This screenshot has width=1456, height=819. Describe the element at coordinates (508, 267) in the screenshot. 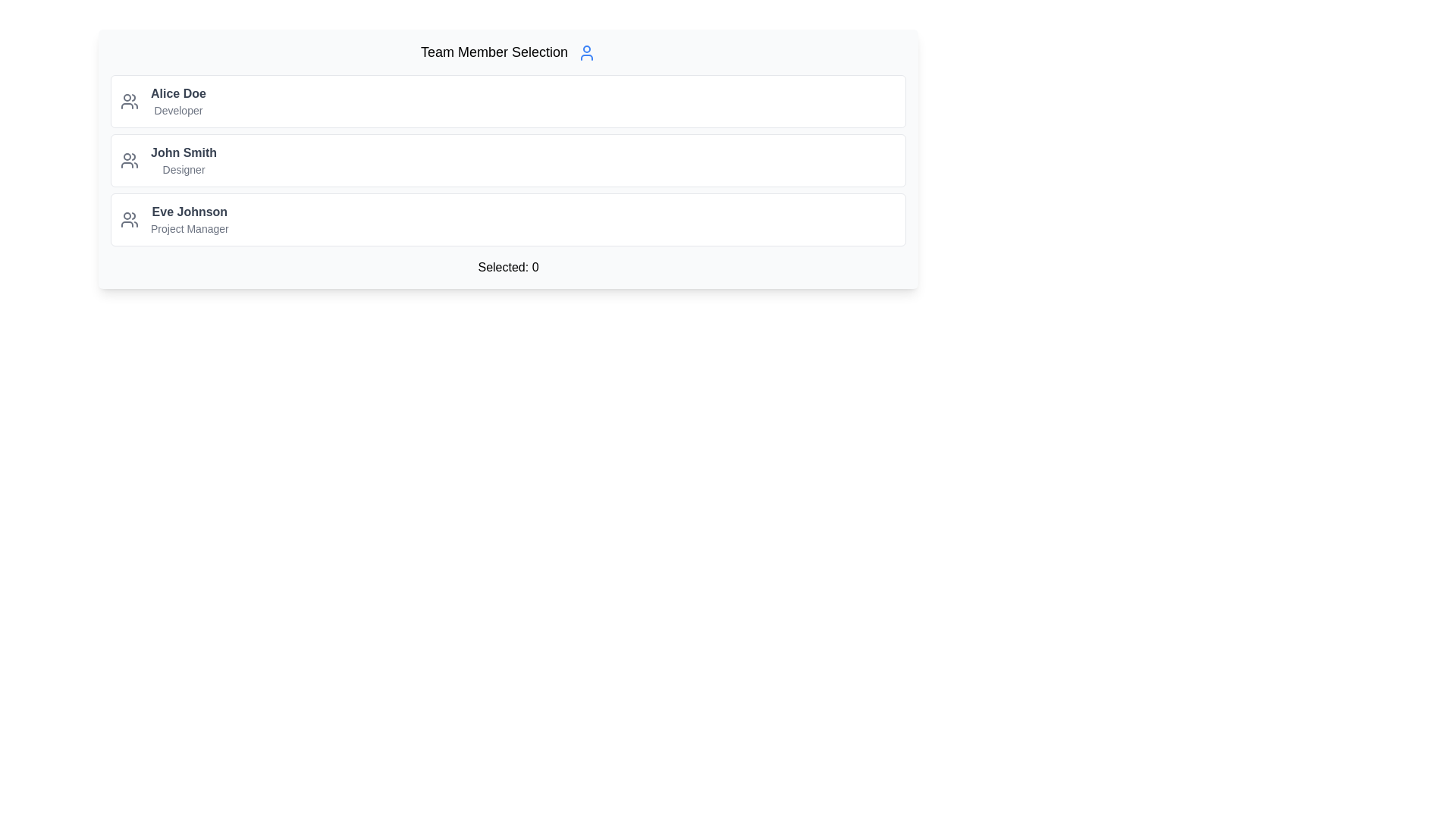

I see `the text label displaying the count of selected items located at the bottom of the 'Team Member Selection' card, which currently shows '0'` at that location.